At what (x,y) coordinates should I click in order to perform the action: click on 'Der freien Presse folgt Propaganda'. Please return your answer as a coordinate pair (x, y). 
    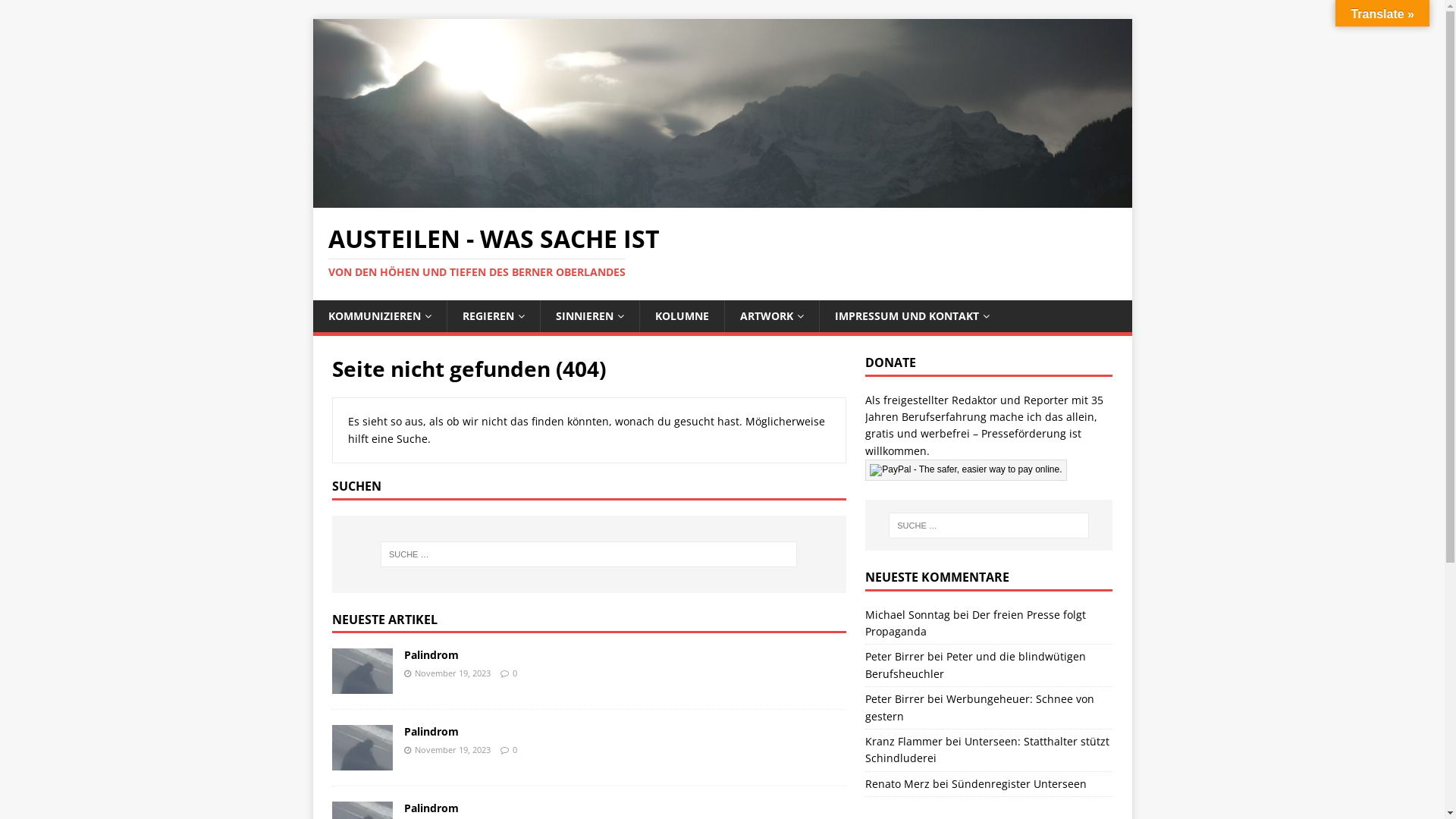
    Looking at the image, I should click on (975, 623).